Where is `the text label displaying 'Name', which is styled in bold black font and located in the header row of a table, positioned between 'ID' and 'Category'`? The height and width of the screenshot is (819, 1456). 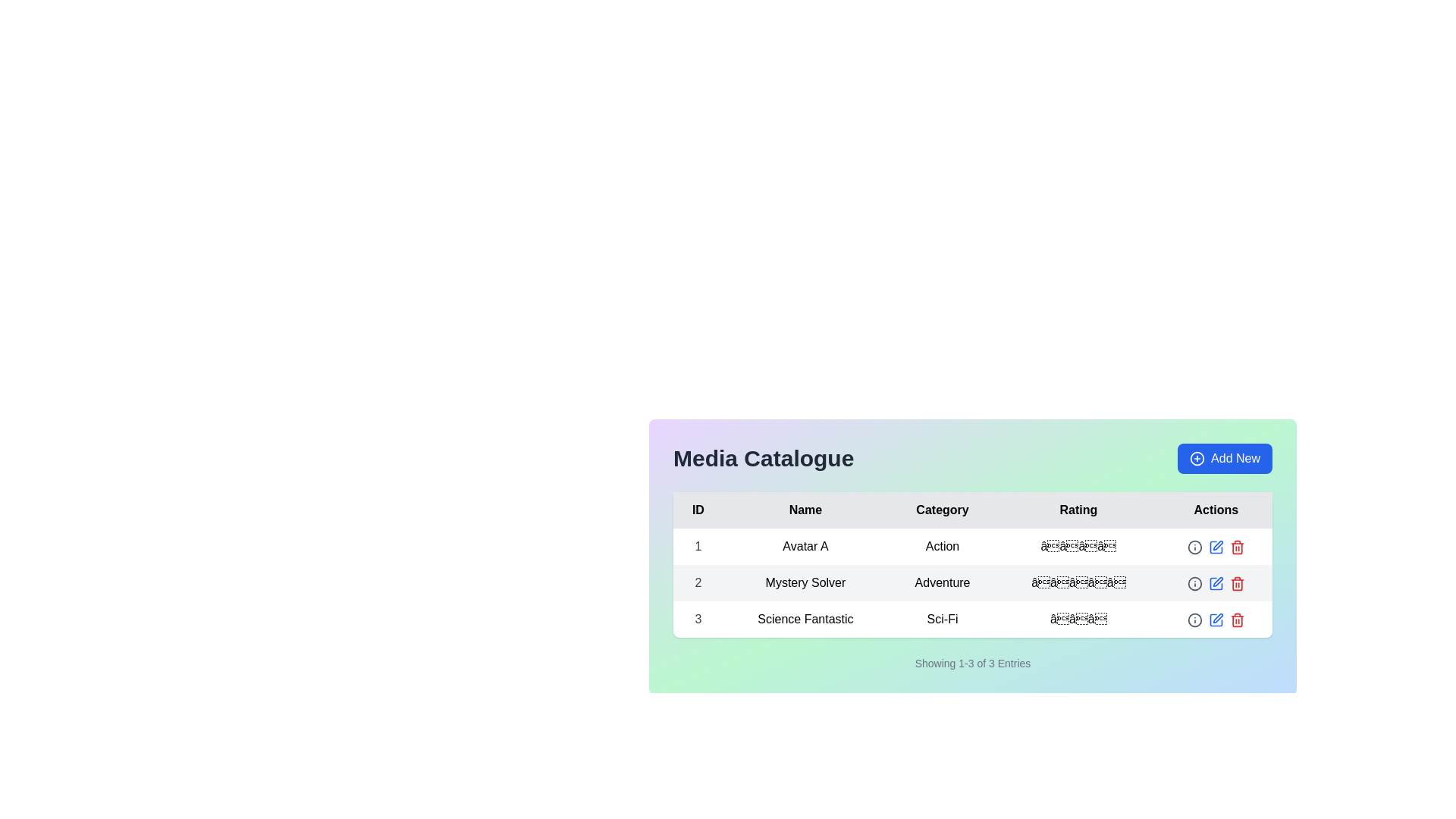
the text label displaying 'Name', which is styled in bold black font and located in the header row of a table, positioned between 'ID' and 'Category' is located at coordinates (805, 510).